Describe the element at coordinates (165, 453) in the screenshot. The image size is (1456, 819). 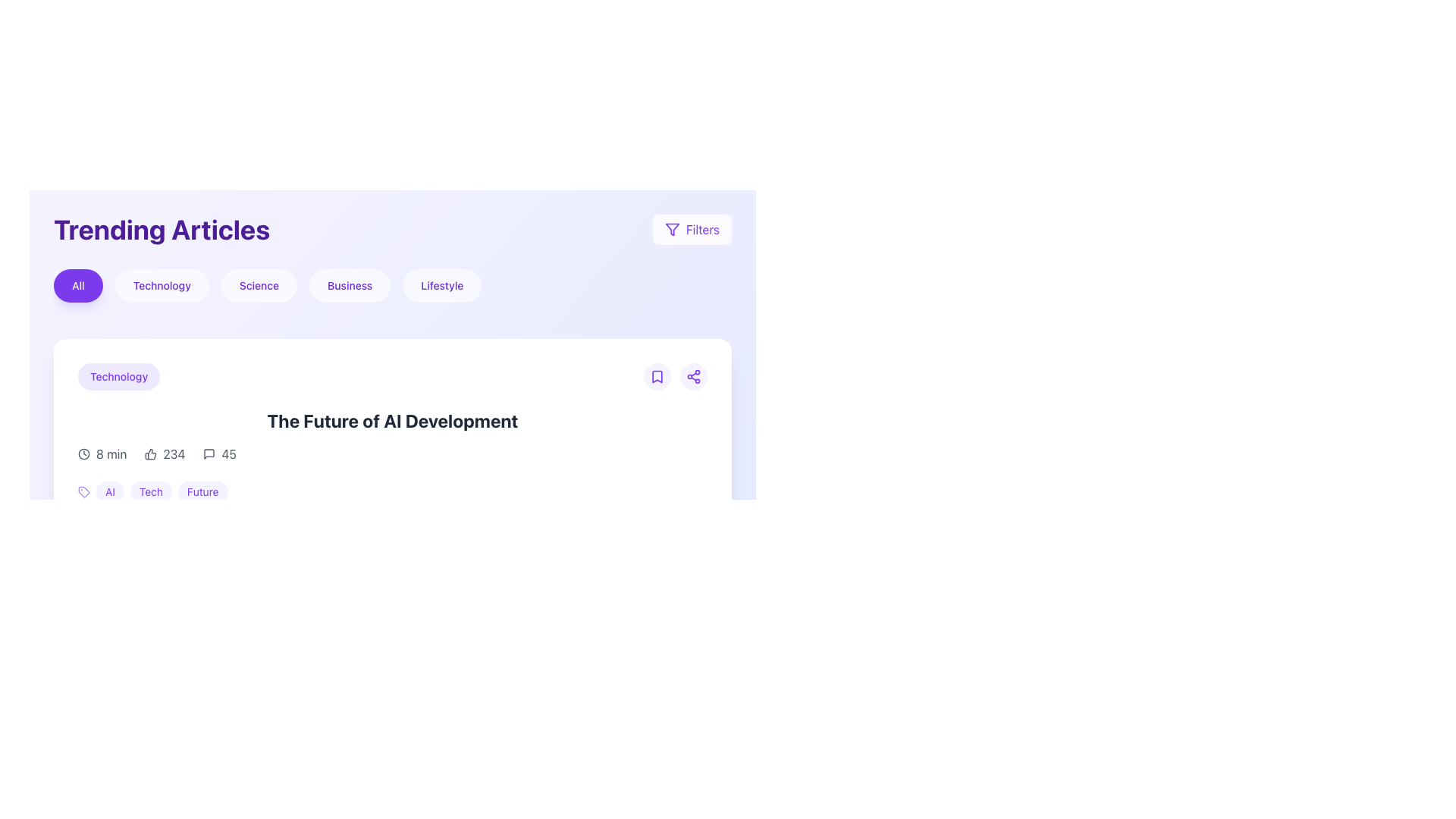
I see `the Text displaying the number of likes or upvotes (thumbs-up icon) located between the time indicator and the comment icon` at that location.